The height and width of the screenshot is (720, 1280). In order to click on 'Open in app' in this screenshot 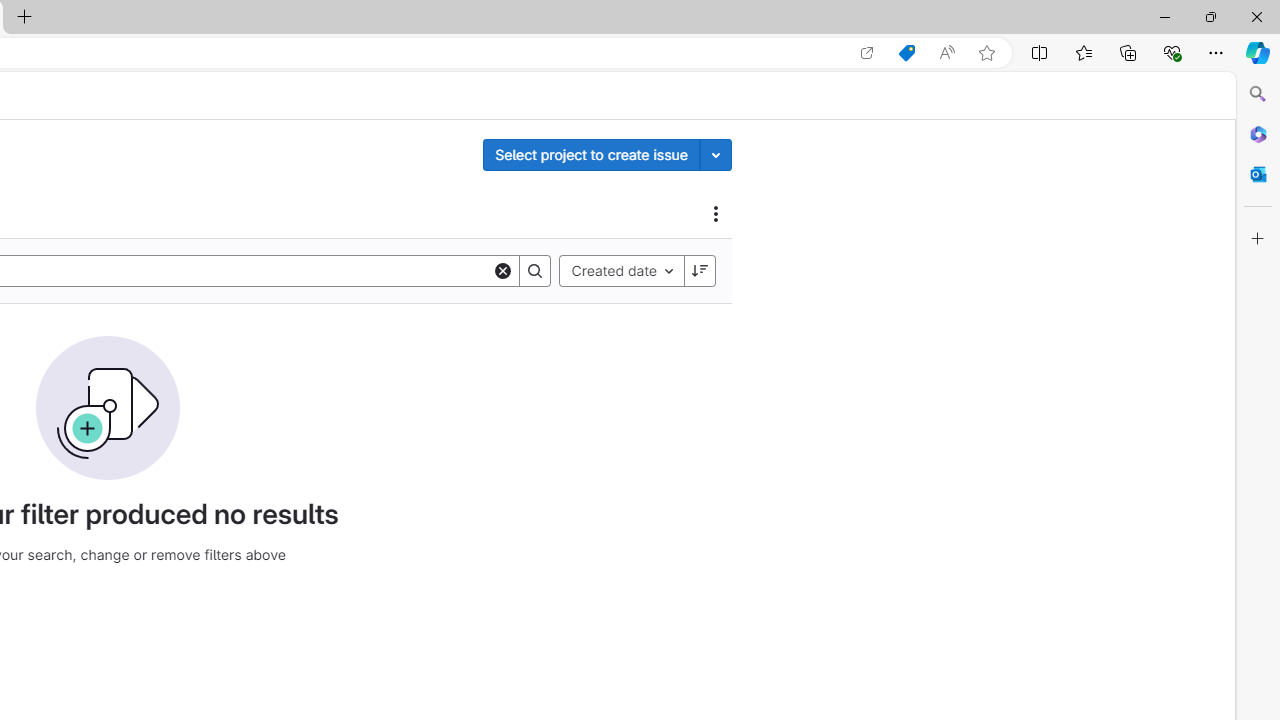, I will do `click(867, 52)`.